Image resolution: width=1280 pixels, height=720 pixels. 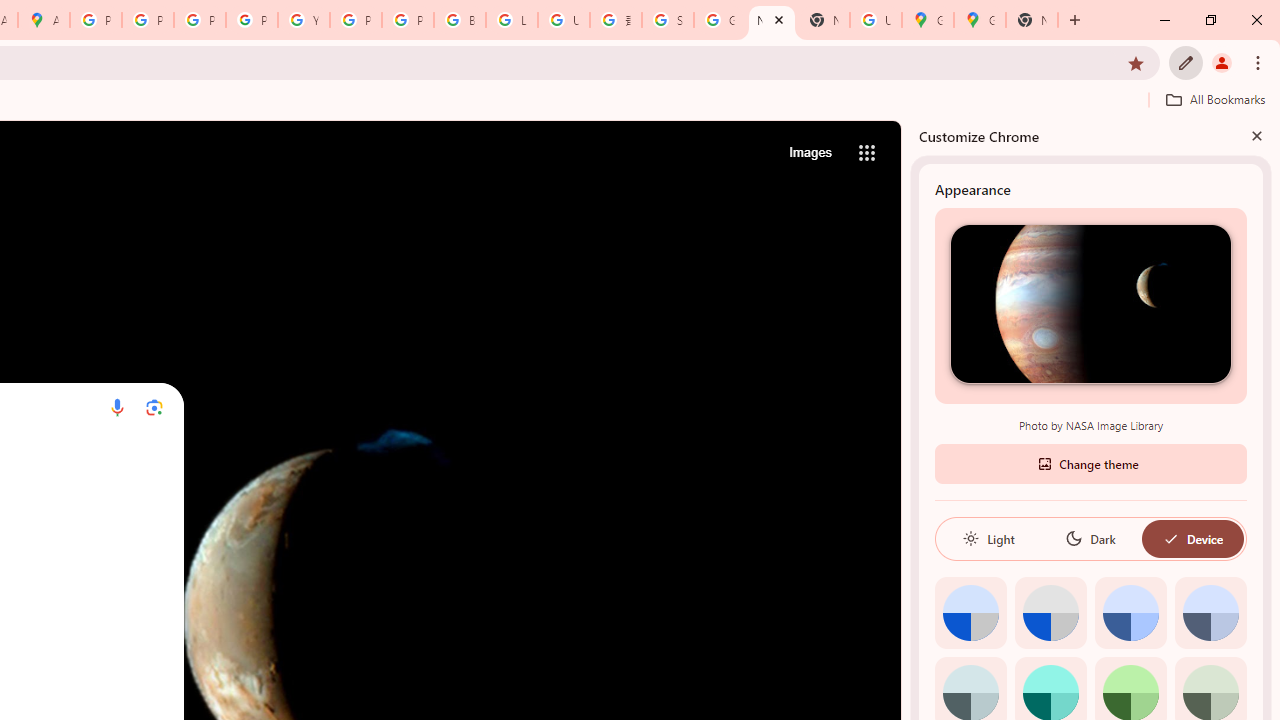 I want to click on 'Light', so click(x=988, y=537).